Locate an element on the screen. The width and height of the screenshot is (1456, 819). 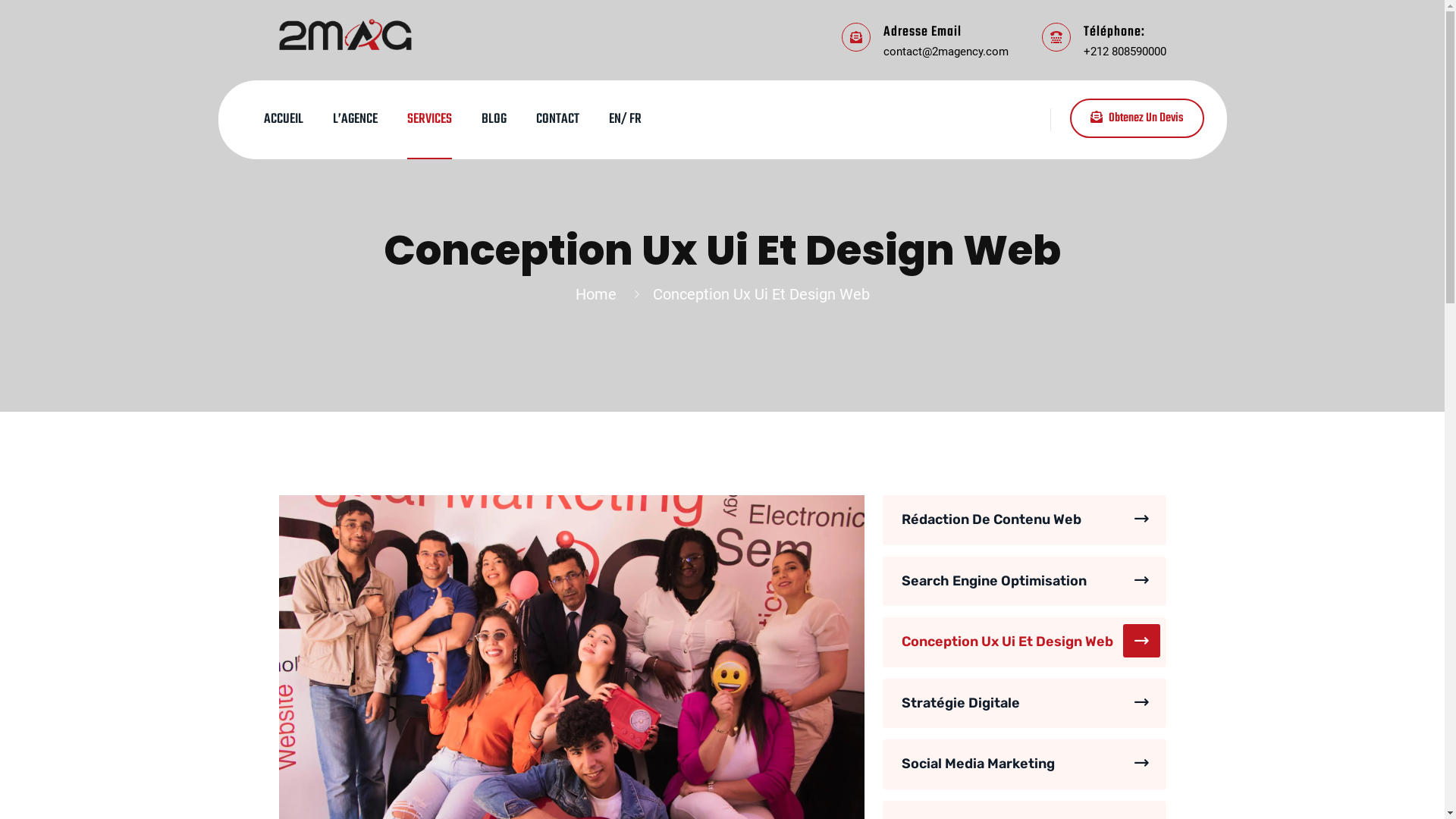
'Home  ' is located at coordinates (574, 294).